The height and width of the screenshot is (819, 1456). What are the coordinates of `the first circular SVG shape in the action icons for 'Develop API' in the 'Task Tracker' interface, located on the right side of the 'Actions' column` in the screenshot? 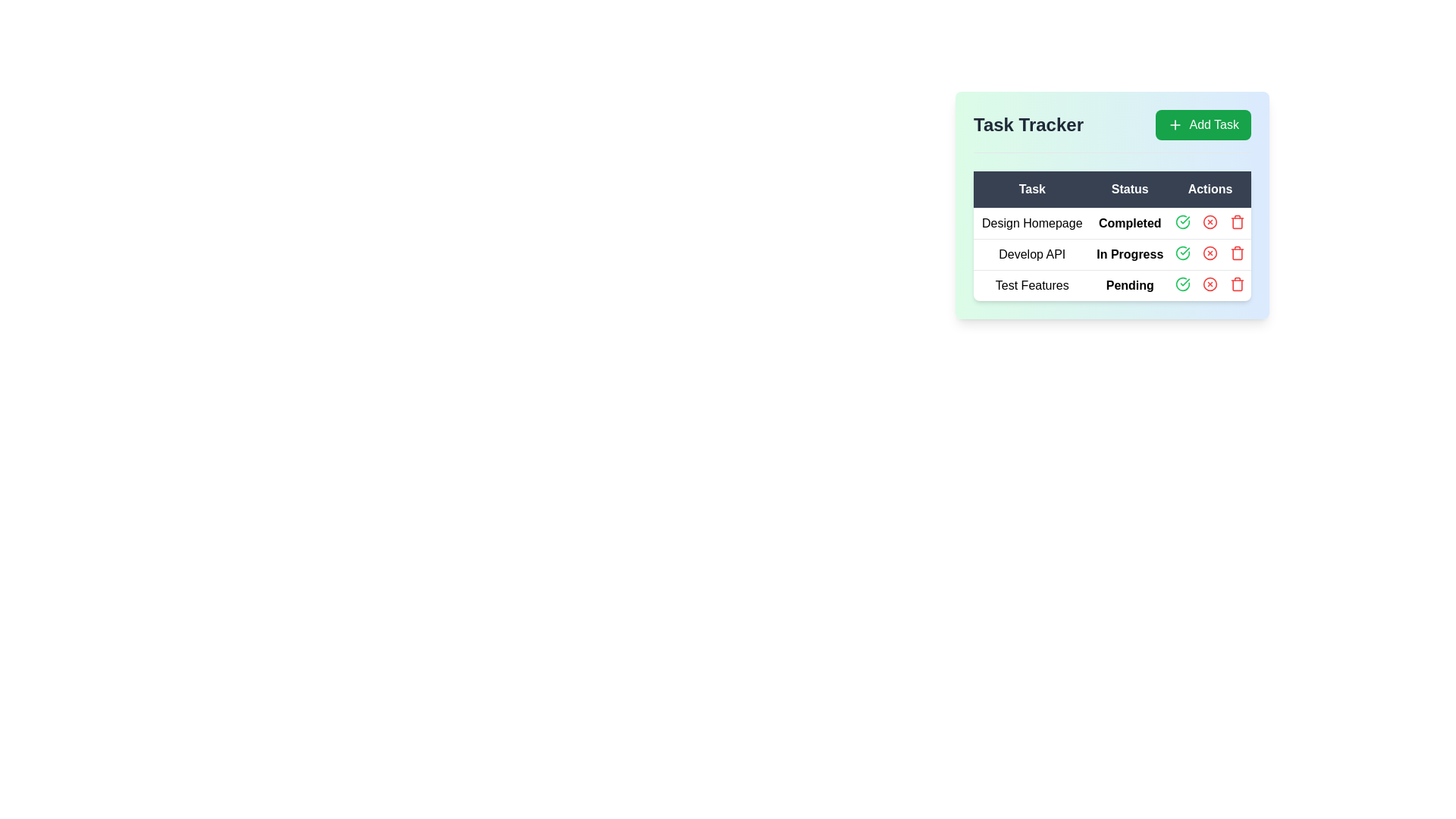 It's located at (1210, 222).